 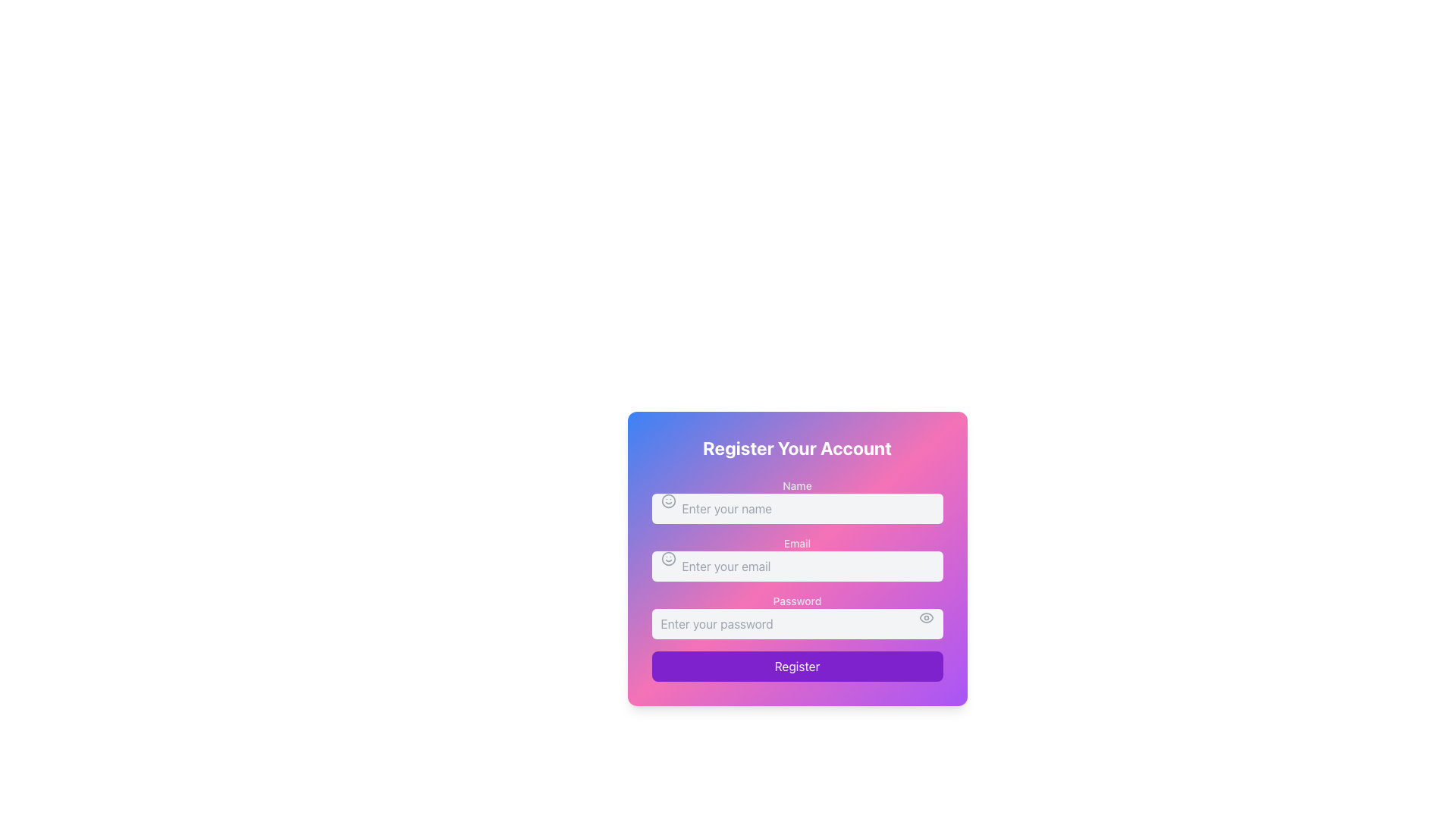 I want to click on the bold header text labeled 'Register Your Account' at the top of the registration form, which is centered within a gradient background, so click(x=796, y=447).